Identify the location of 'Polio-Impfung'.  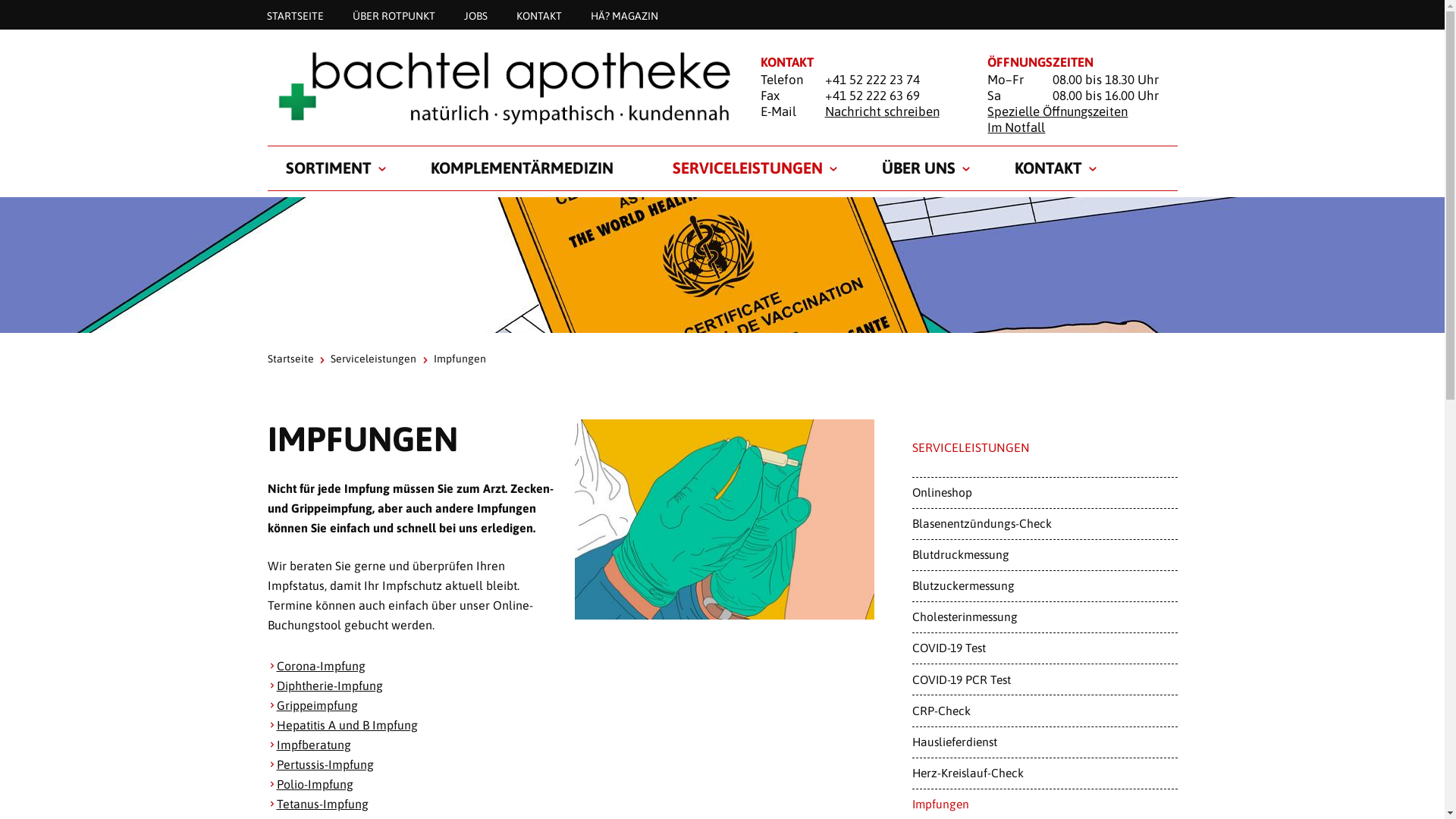
(313, 783).